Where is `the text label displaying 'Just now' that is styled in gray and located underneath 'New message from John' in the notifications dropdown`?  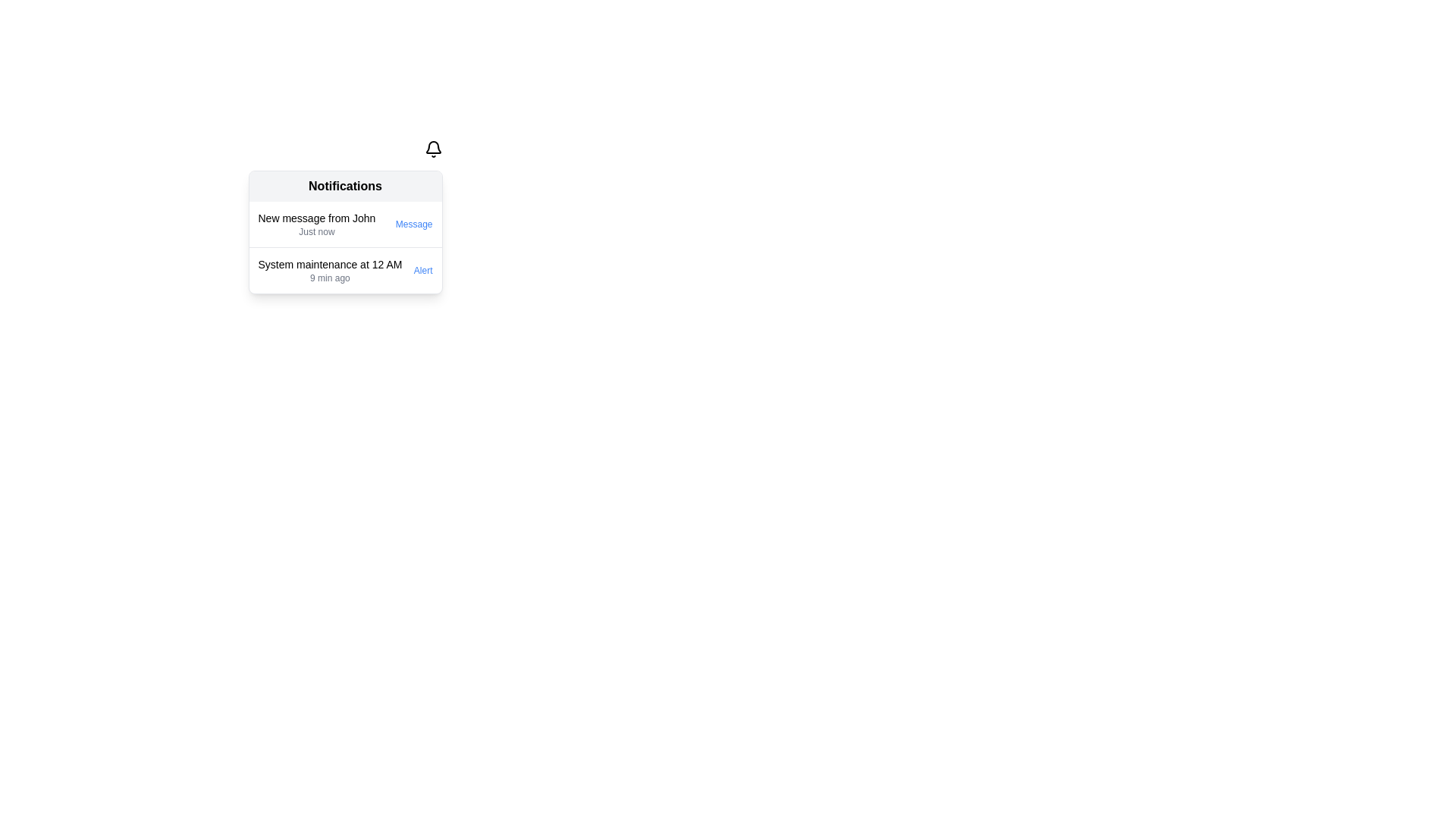
the text label displaying 'Just now' that is styled in gray and located underneath 'New message from John' in the notifications dropdown is located at coordinates (315, 231).